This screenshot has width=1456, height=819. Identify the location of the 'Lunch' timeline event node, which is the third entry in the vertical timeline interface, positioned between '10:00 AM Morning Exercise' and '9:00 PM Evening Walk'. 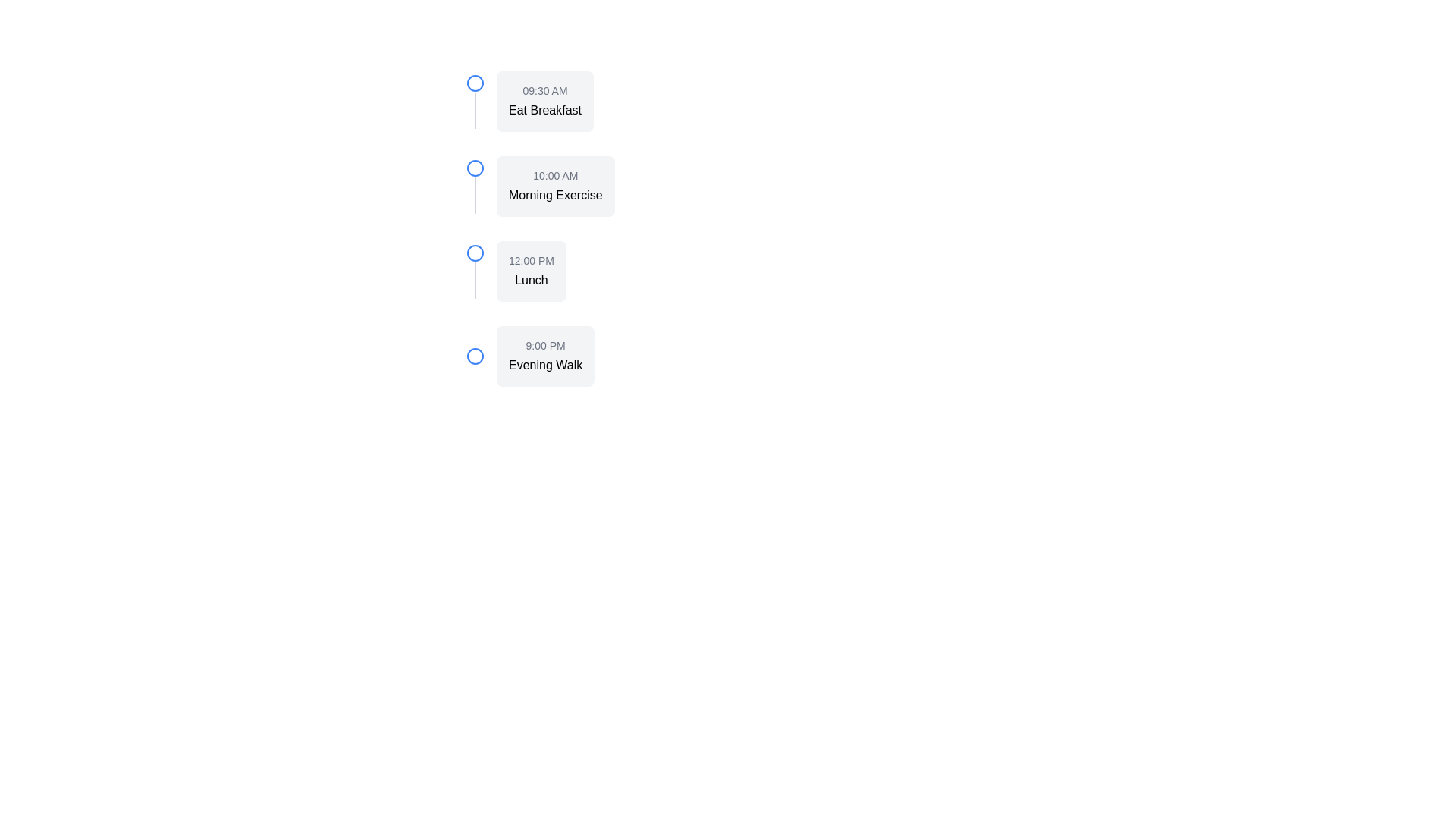
(623, 271).